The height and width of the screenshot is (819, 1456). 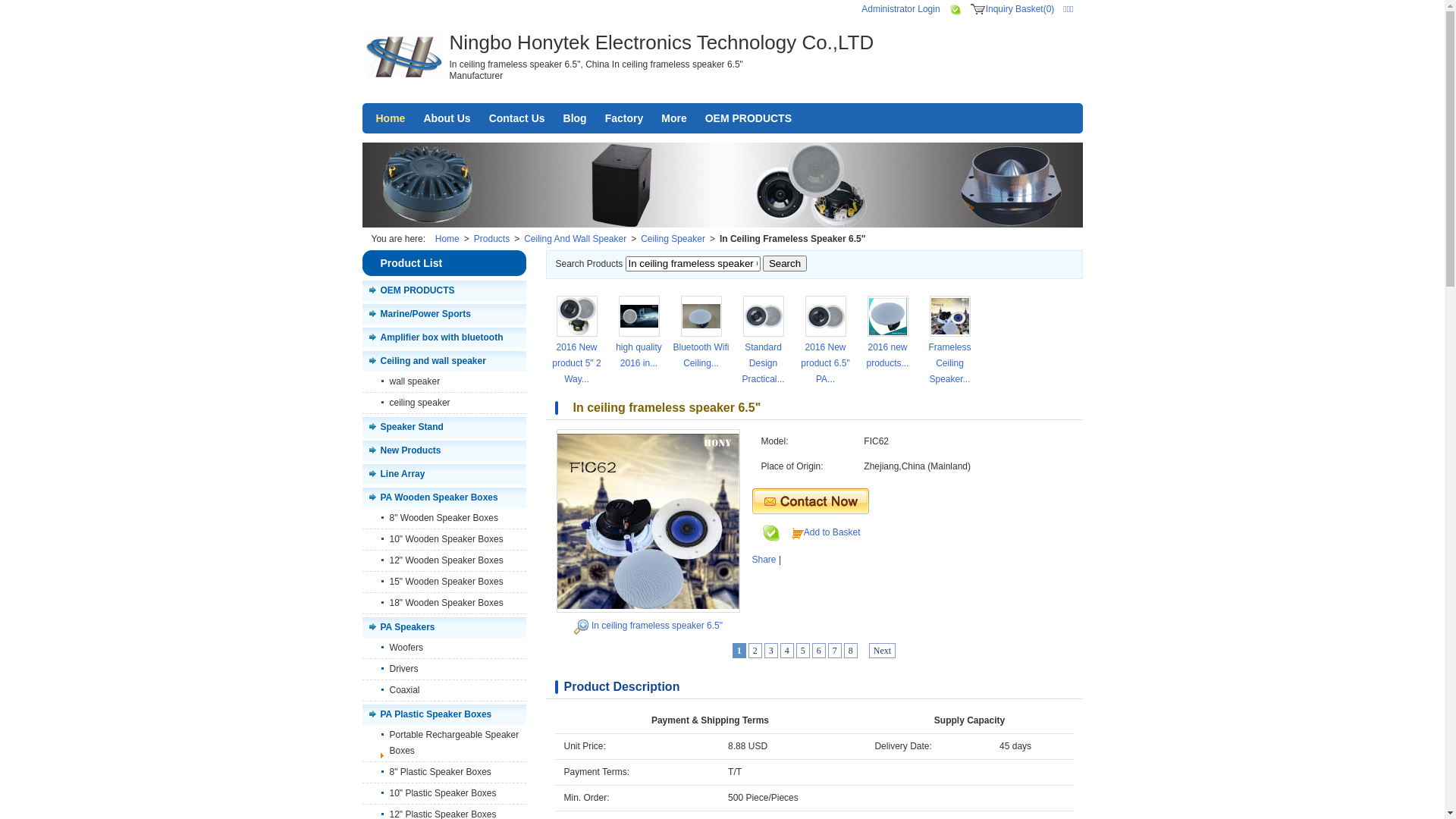 What do you see at coordinates (802, 649) in the screenshot?
I see `'5'` at bounding box center [802, 649].